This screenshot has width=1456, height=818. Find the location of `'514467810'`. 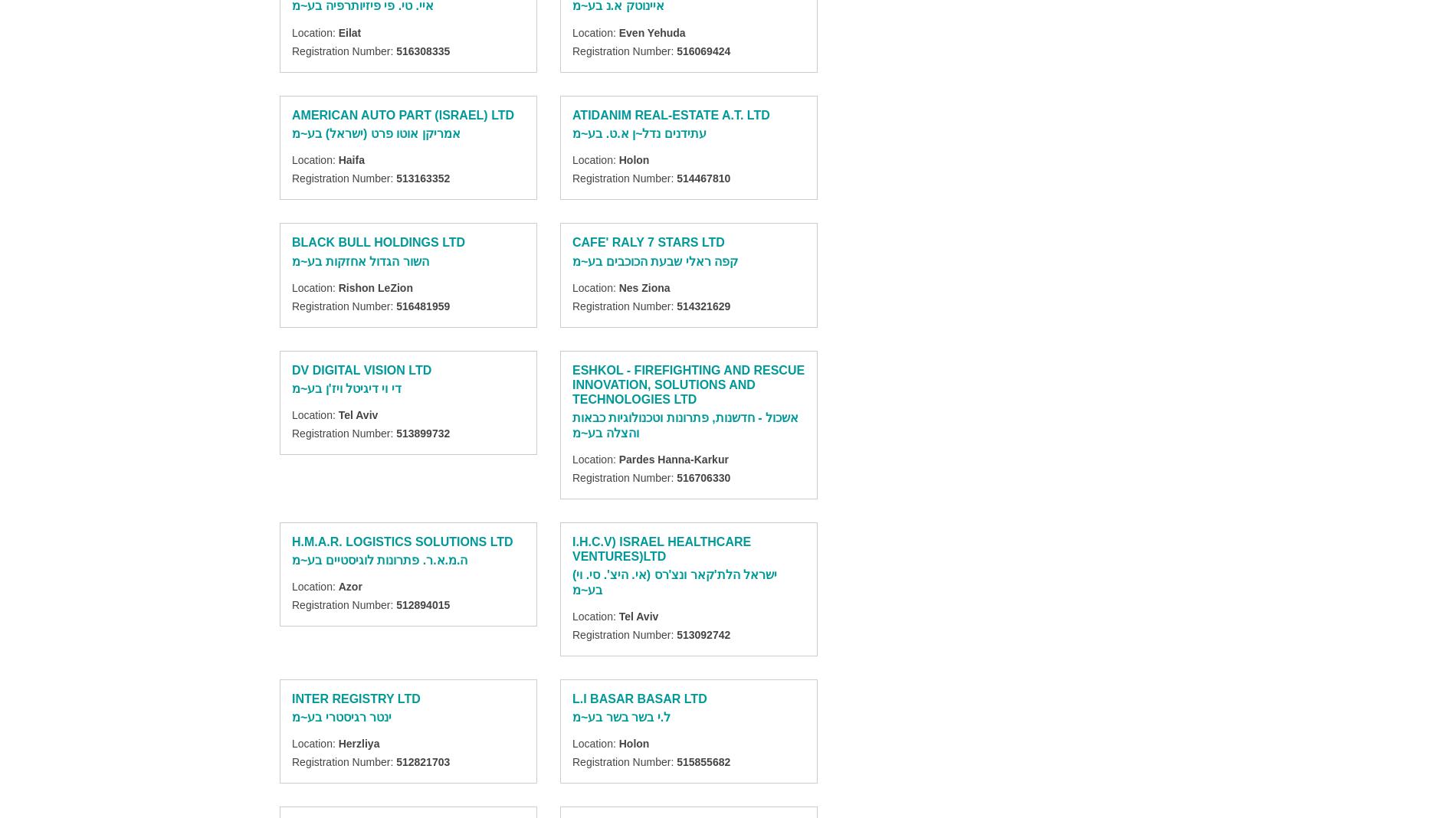

'514467810' is located at coordinates (675, 178).